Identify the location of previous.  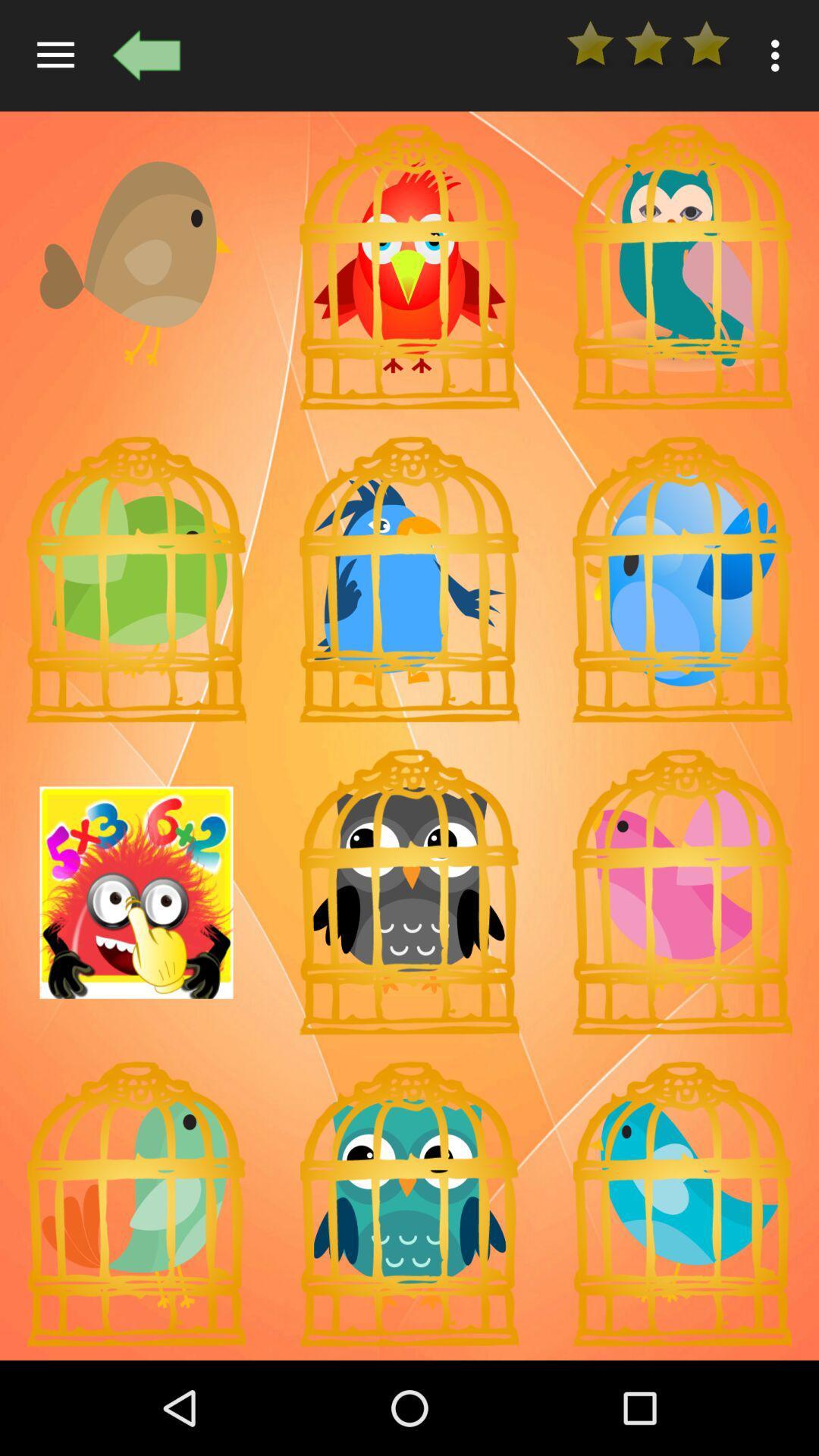
(146, 55).